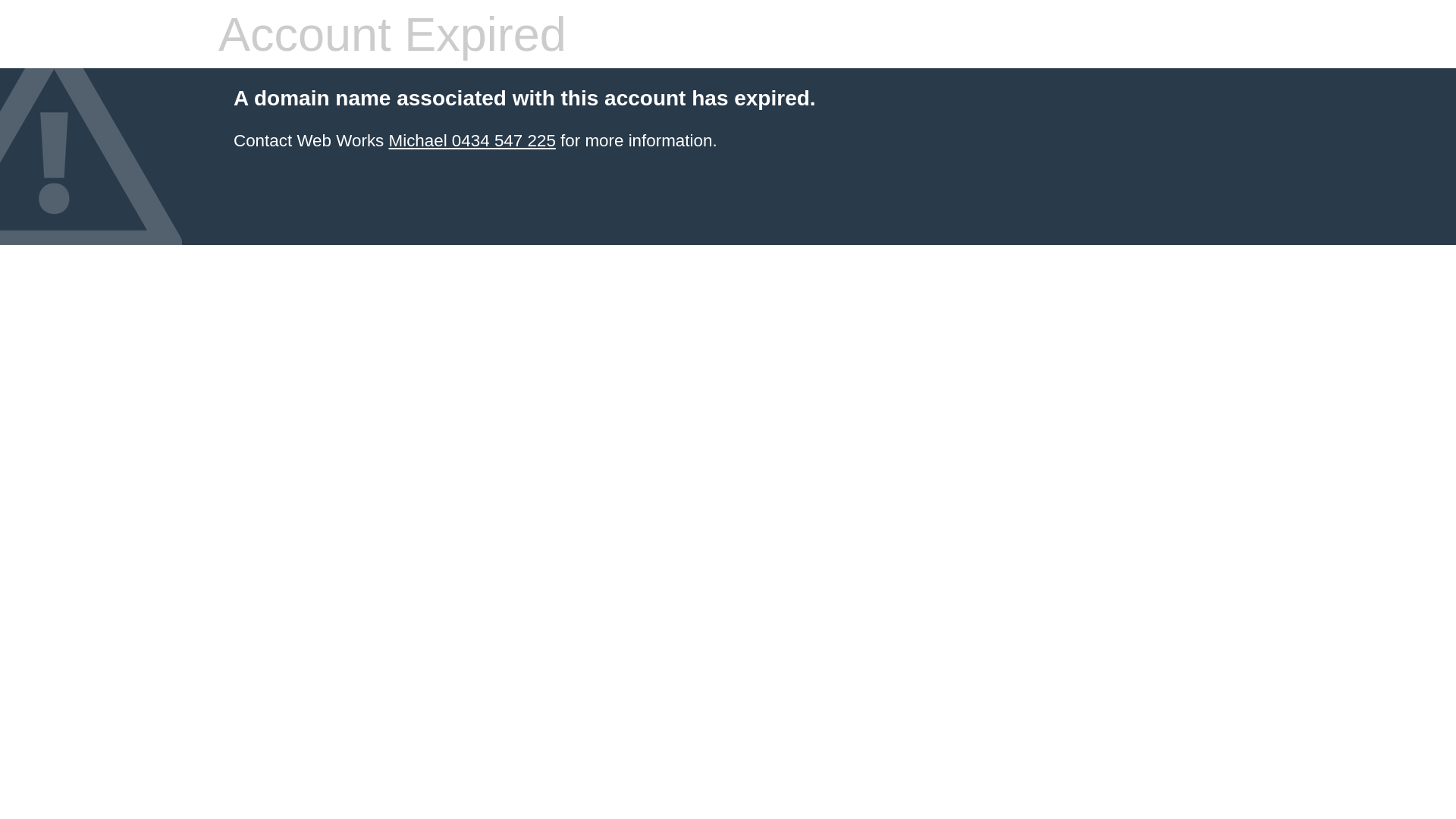  What do you see at coordinates (471, 140) in the screenshot?
I see `'Michael 0434 547 225'` at bounding box center [471, 140].